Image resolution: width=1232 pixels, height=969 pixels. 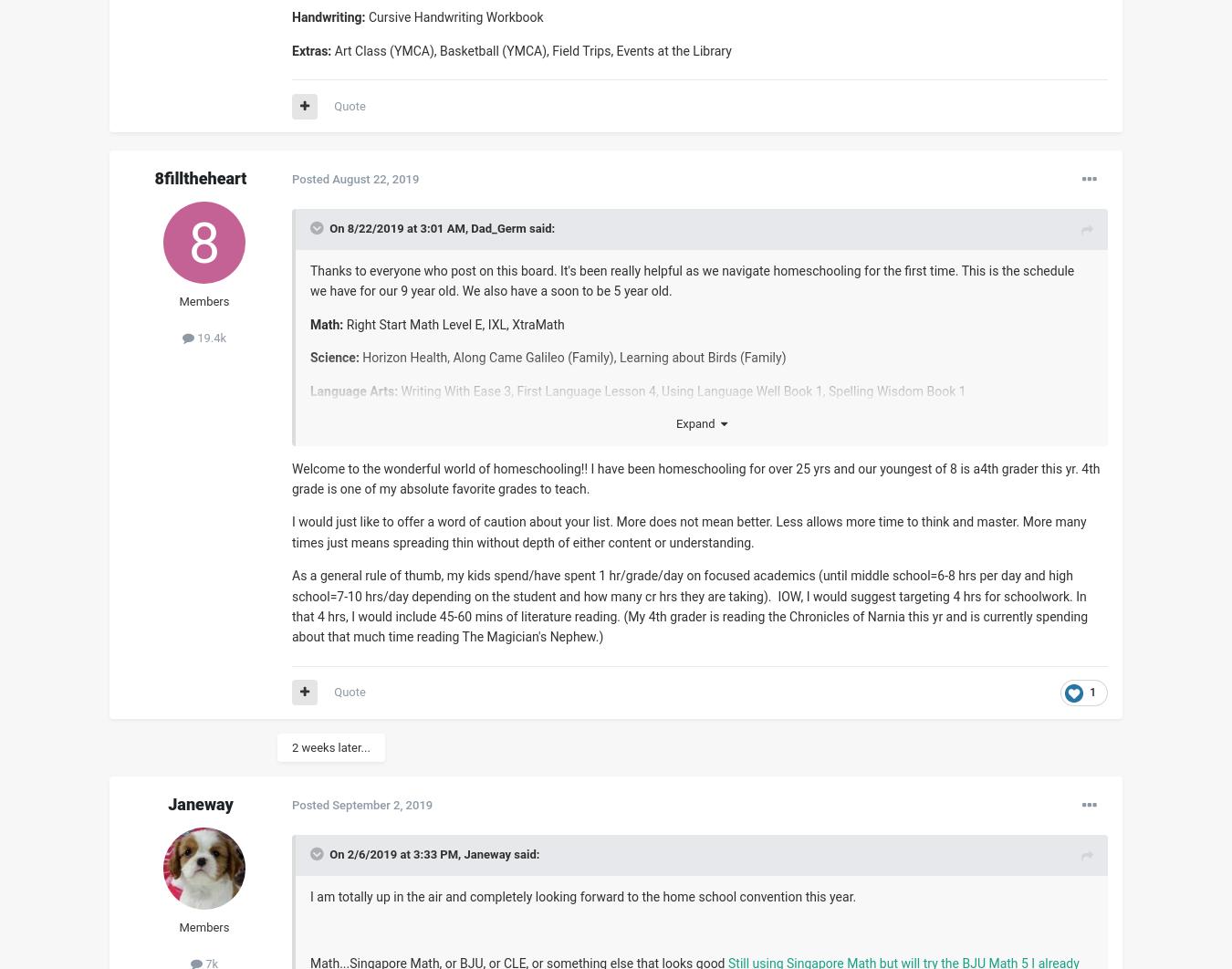 What do you see at coordinates (680, 389) in the screenshot?
I see `'Writing With Ease 3, First Language Lesson 4, Using Language Well Book 1, Spelling Wisdom Book 1'` at bounding box center [680, 389].